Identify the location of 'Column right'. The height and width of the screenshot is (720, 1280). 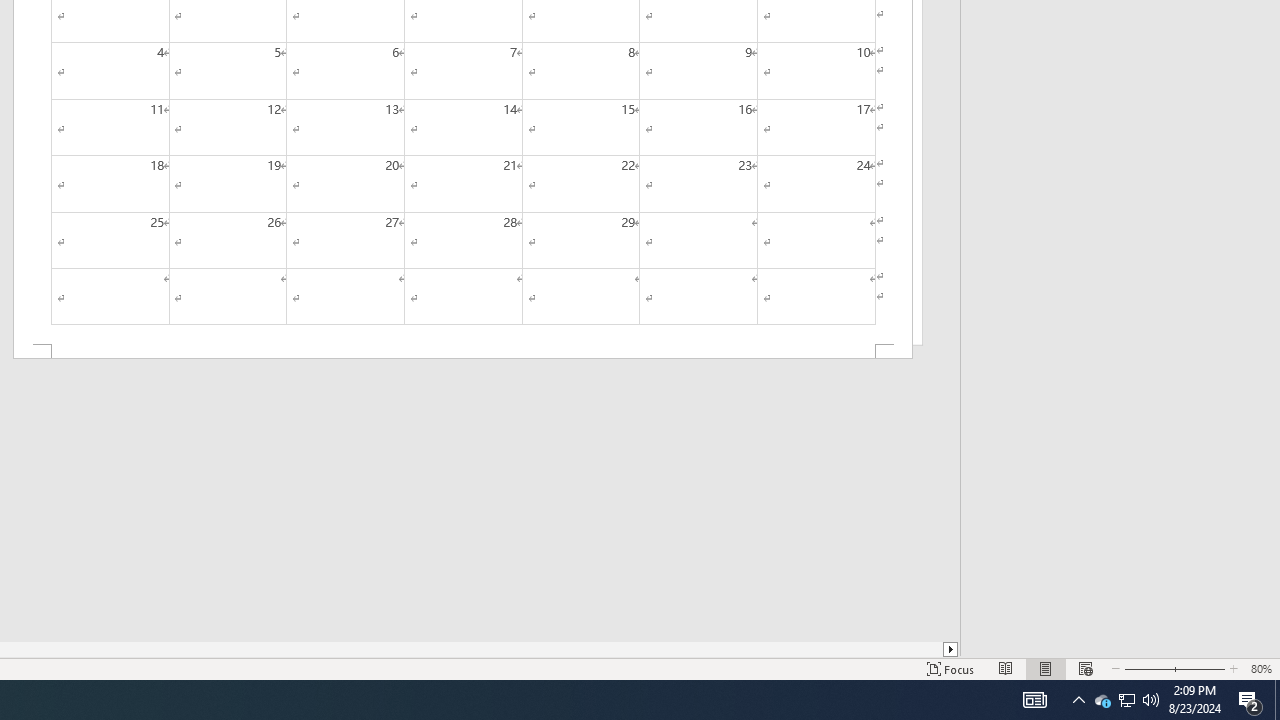
(950, 649).